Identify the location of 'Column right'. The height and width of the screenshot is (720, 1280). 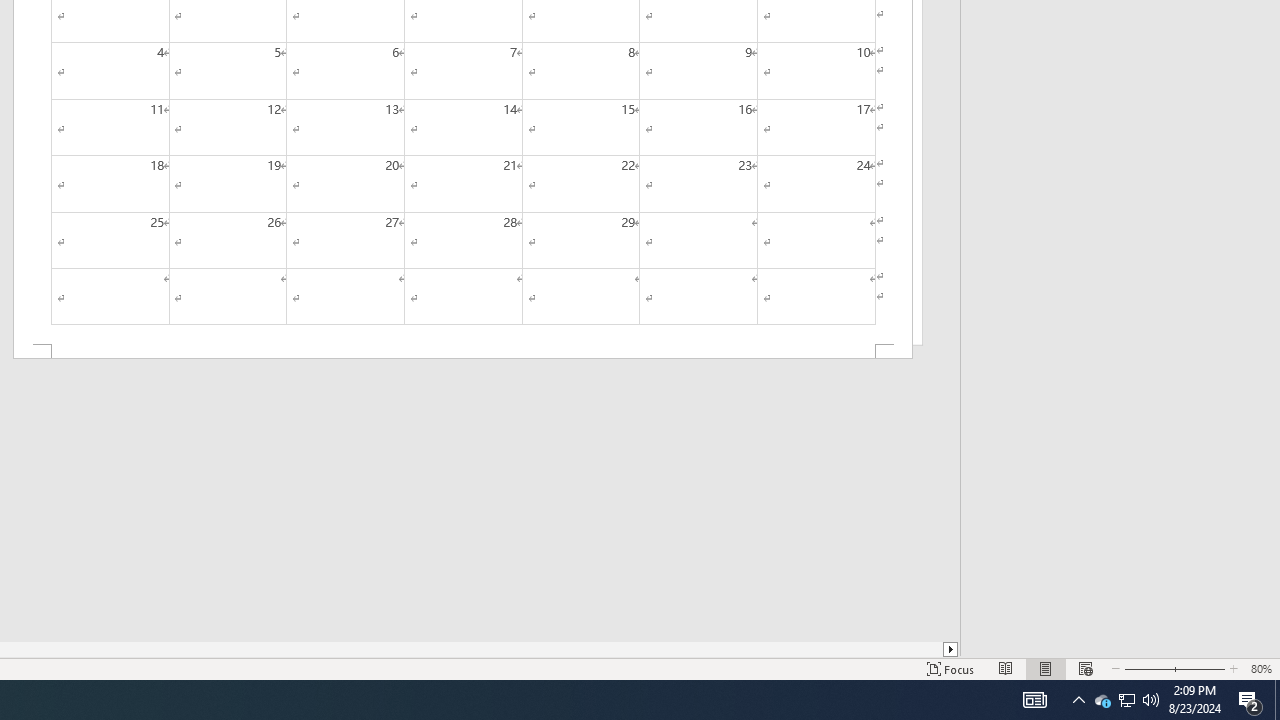
(950, 649).